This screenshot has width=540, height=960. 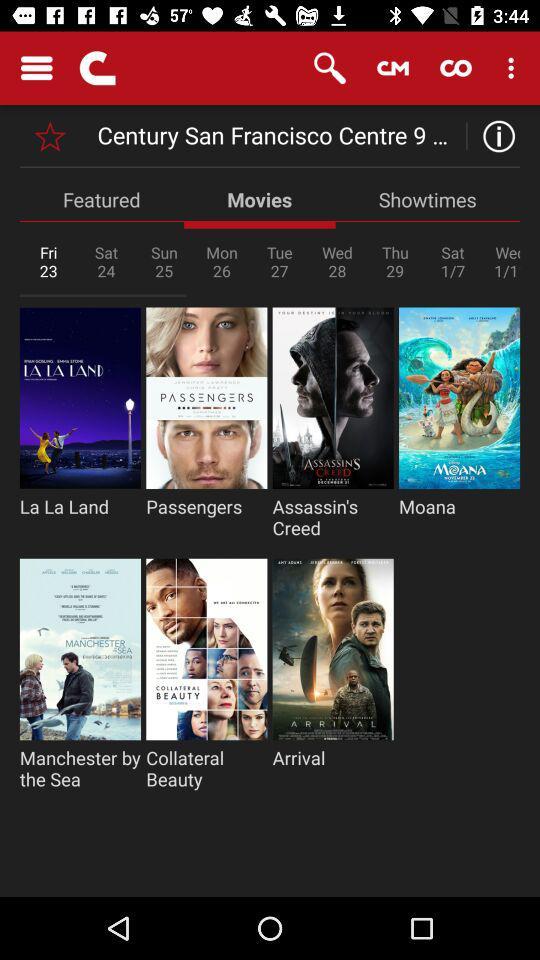 I want to click on the info icon, so click(x=492, y=135).